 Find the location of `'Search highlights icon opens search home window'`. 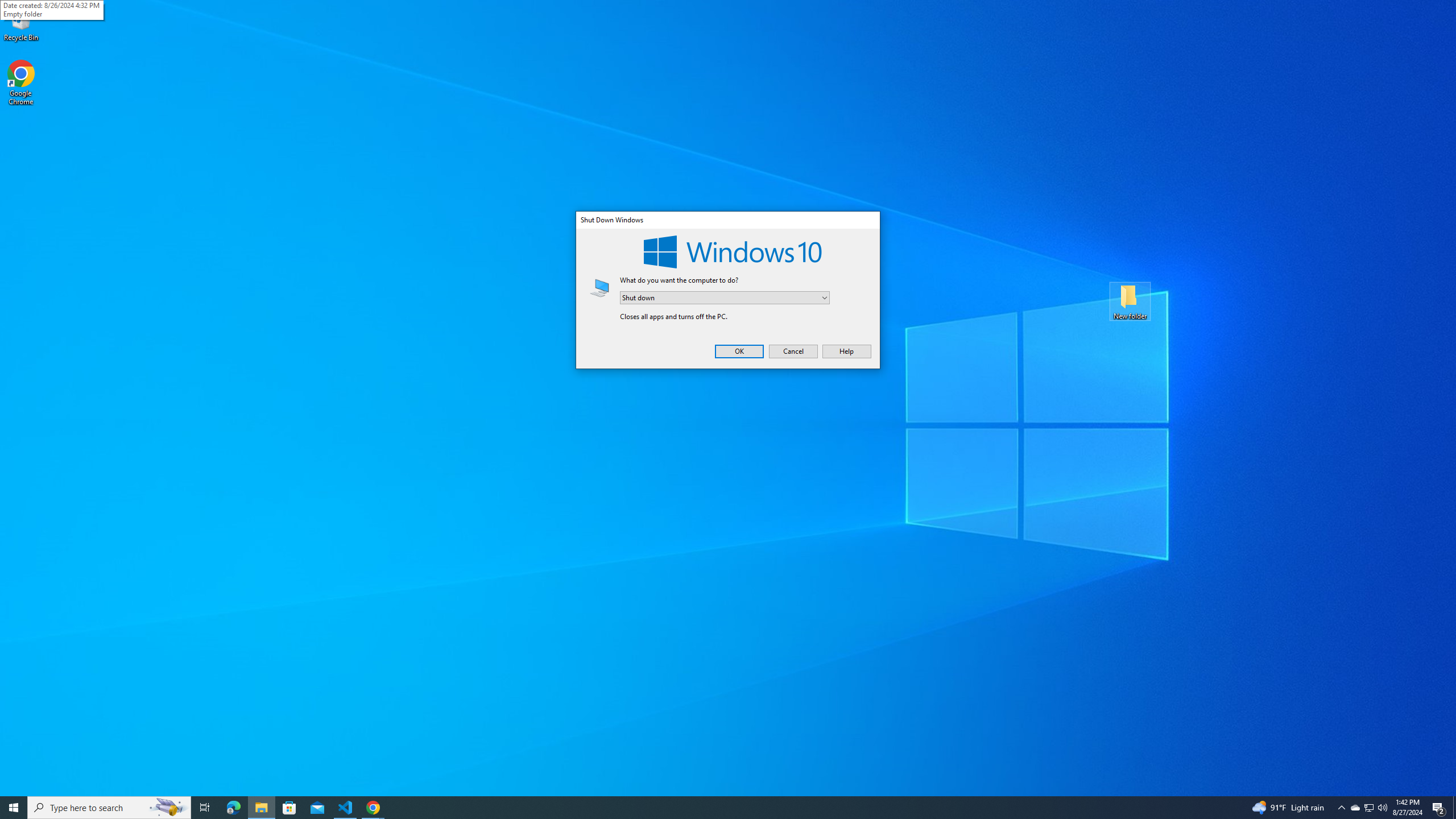

'Search highlights icon opens search home window' is located at coordinates (167, 806).